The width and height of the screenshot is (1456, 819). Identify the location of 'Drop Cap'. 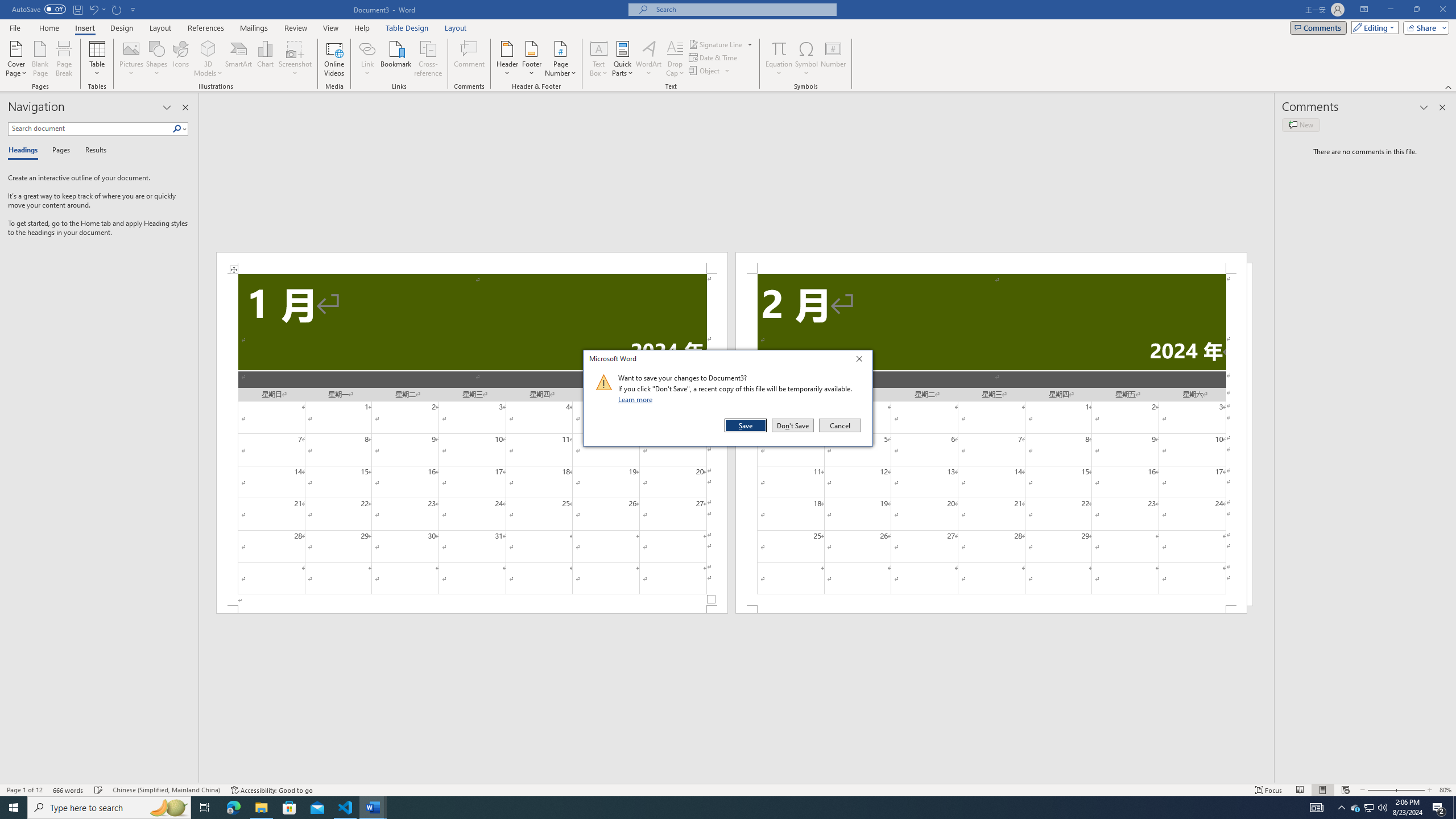
(675, 59).